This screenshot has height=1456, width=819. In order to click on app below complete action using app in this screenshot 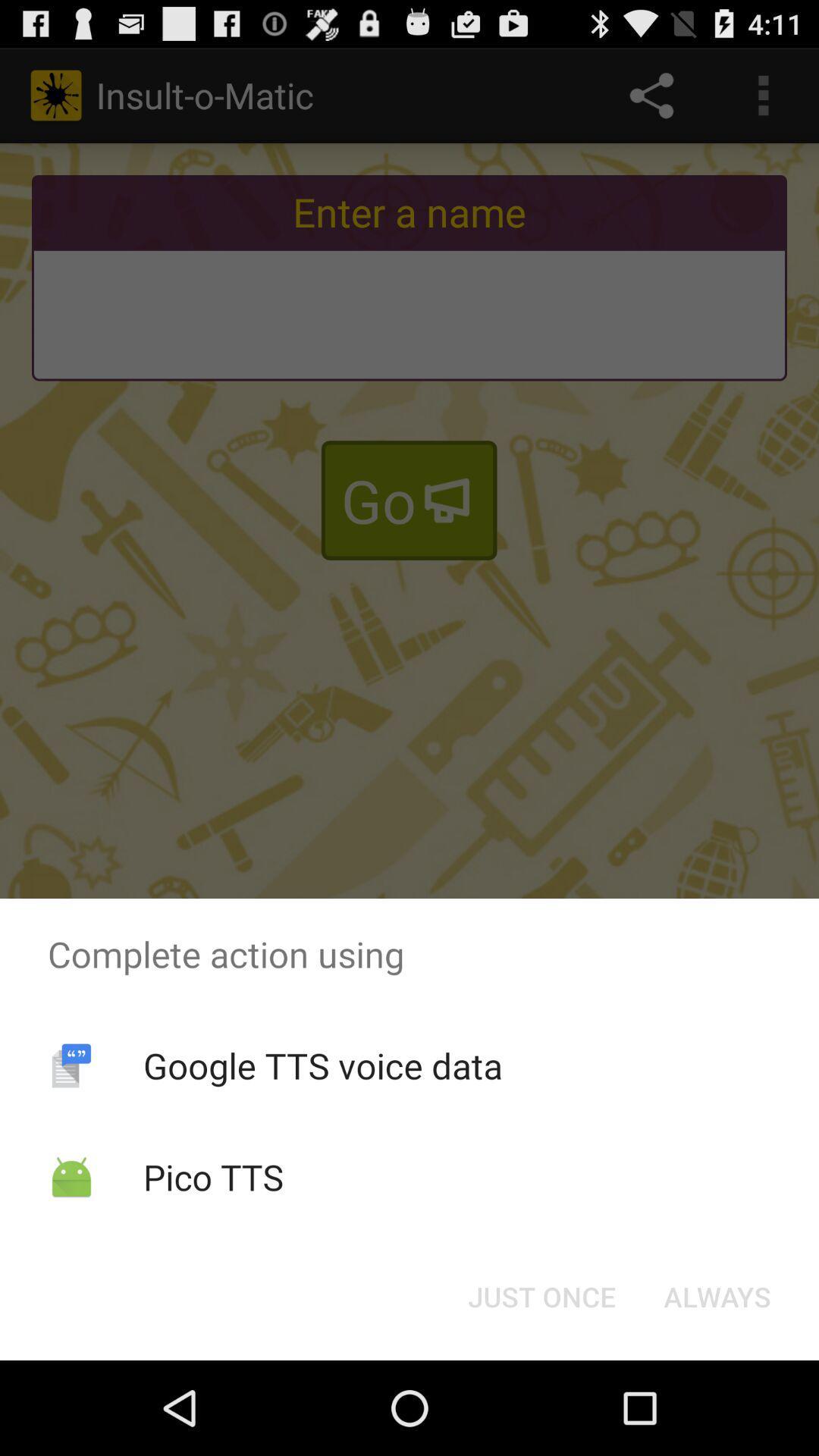, I will do `click(322, 1065)`.